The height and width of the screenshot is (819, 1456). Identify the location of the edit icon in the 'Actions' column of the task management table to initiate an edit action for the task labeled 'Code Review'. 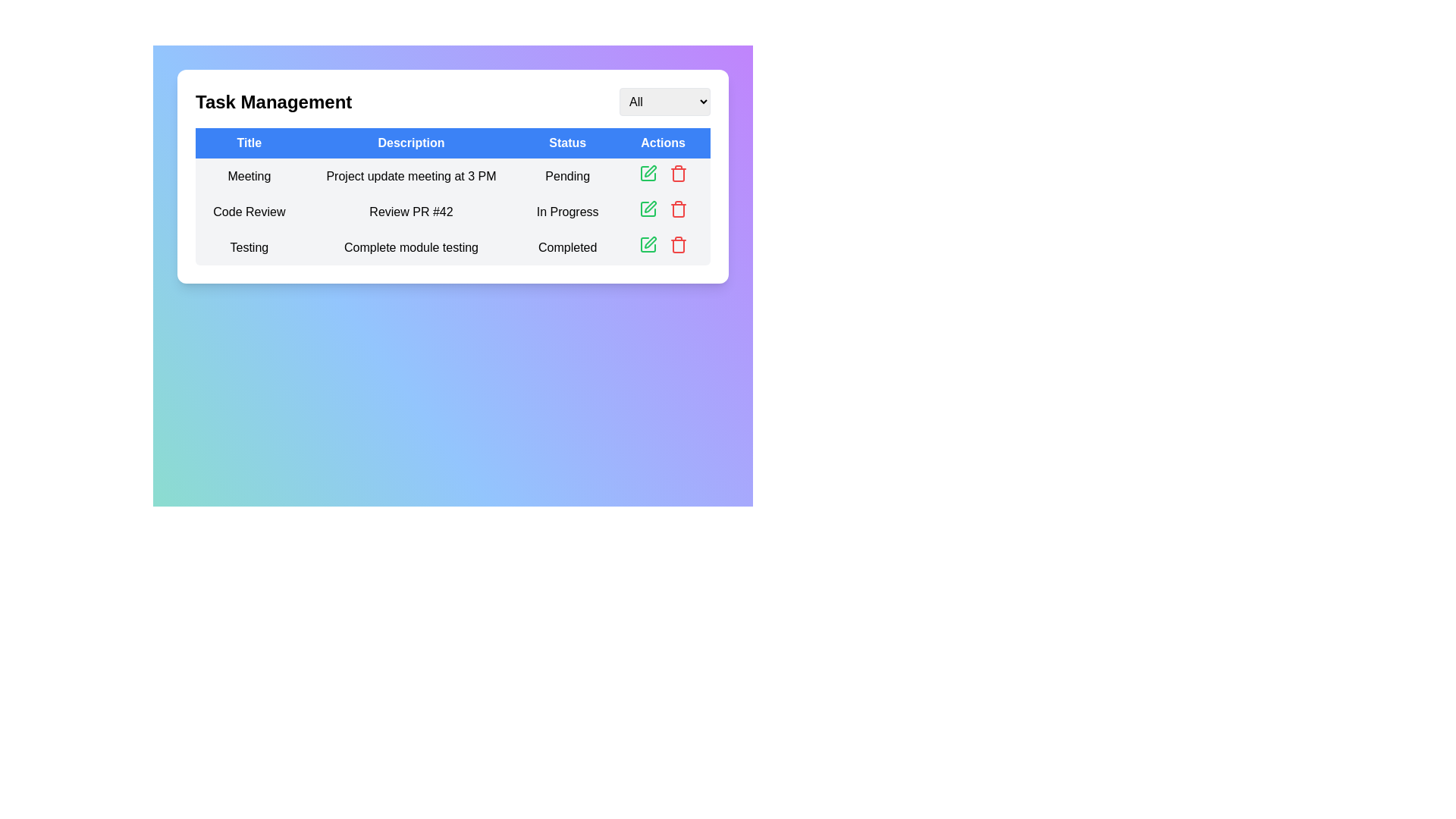
(648, 209).